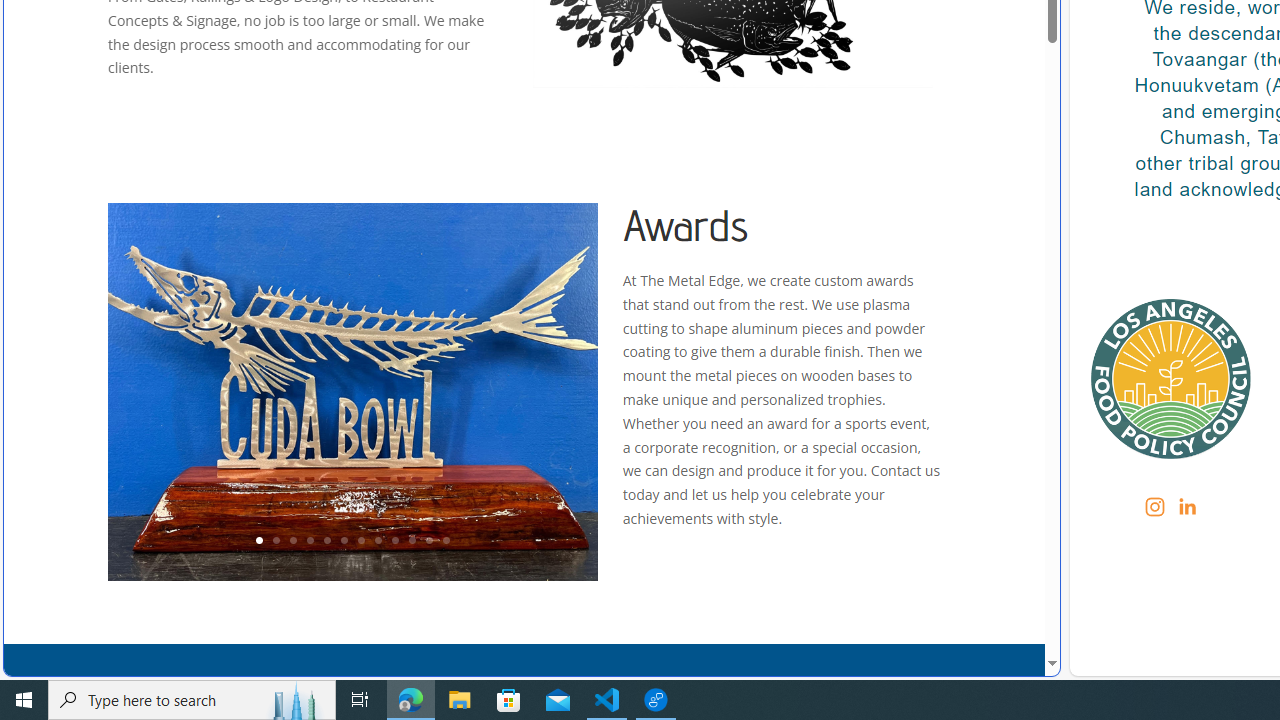  Describe the element at coordinates (427, 541) in the screenshot. I see `'11'` at that location.